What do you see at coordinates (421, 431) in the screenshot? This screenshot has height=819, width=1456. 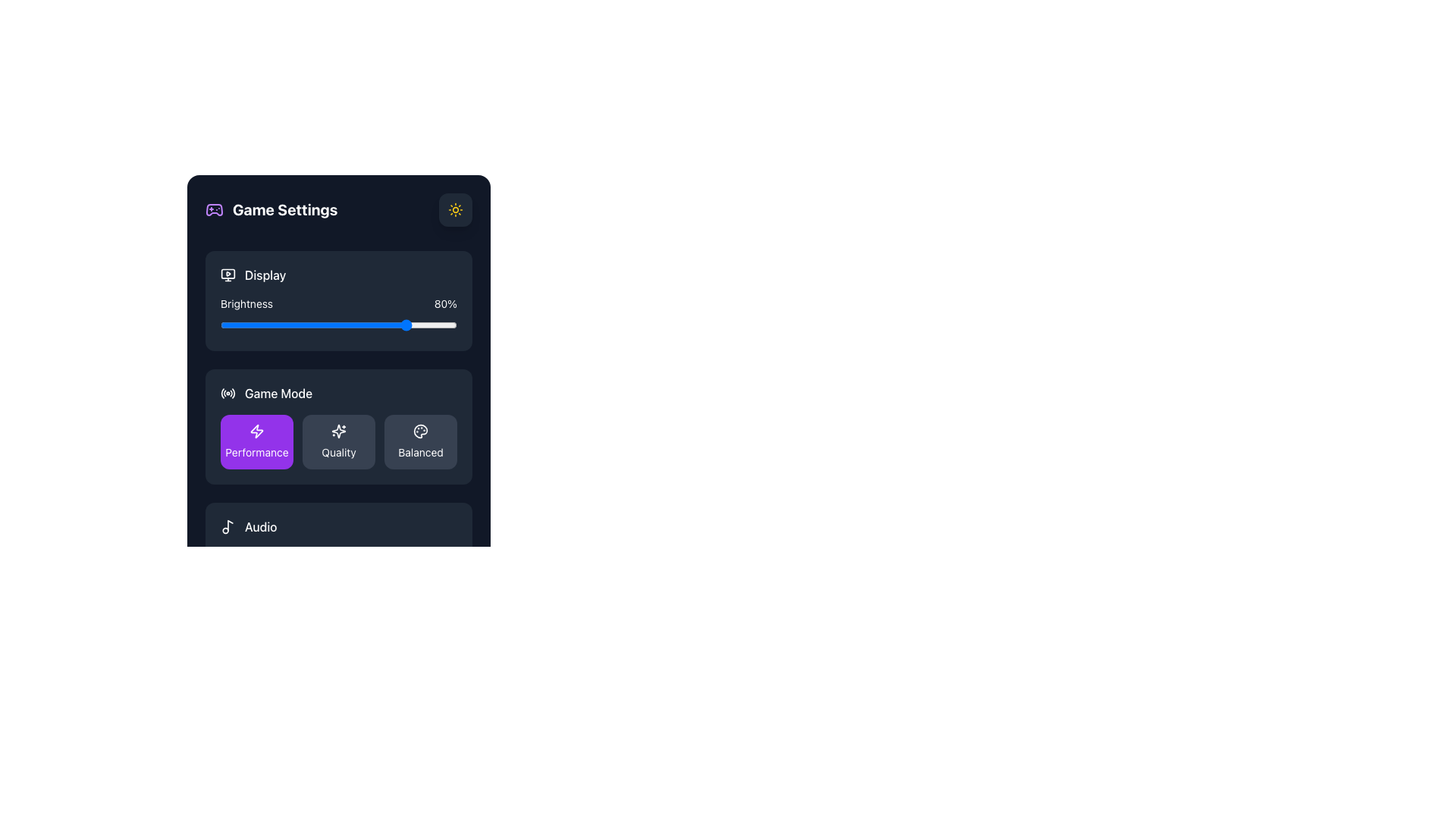 I see `the icon located in the top half of the 'Balanced' button in the 'Game Mode' section` at bounding box center [421, 431].